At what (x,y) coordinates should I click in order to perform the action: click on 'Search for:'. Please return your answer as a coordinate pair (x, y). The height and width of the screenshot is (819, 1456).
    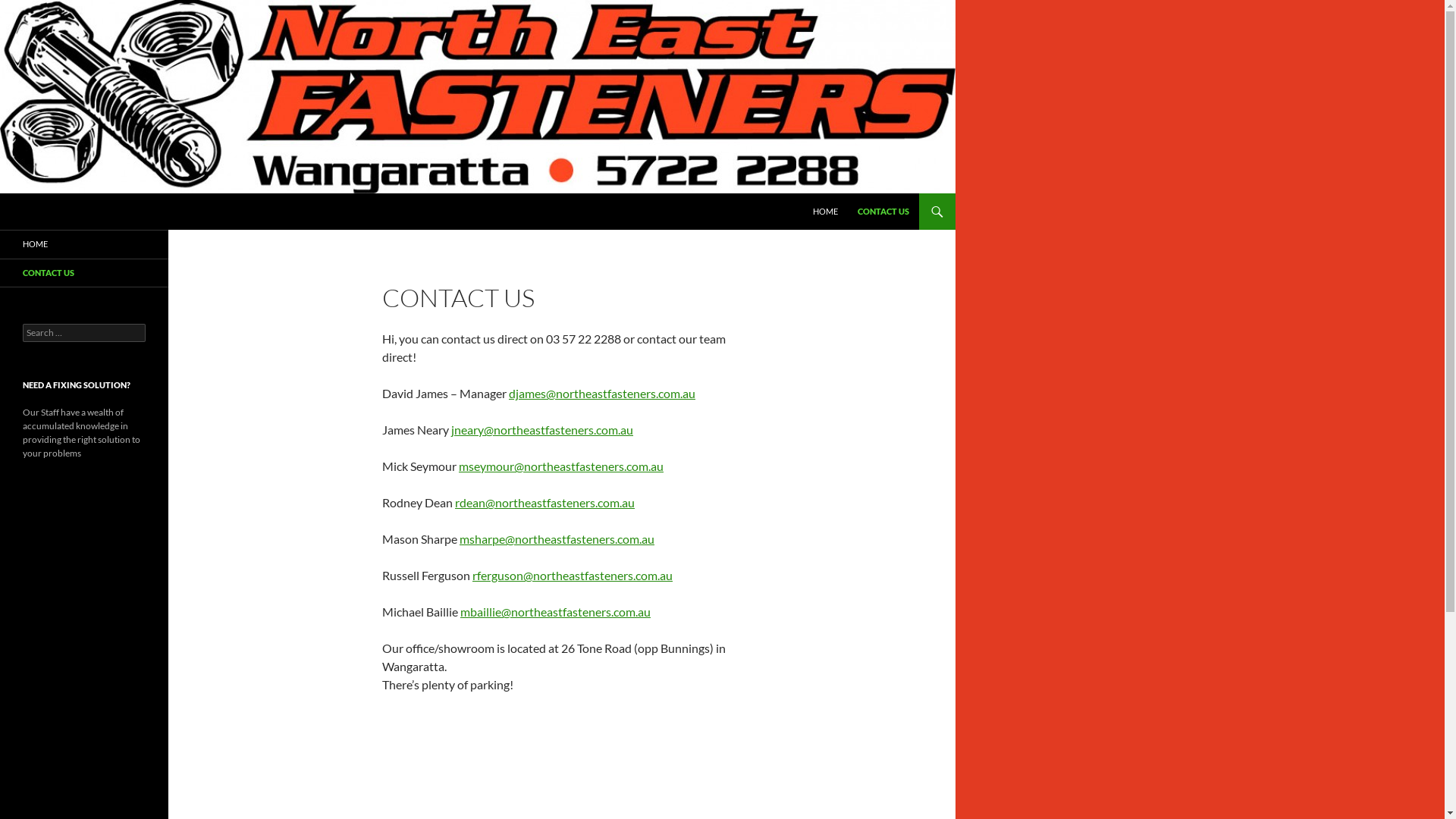
    Looking at the image, I should click on (83, 332).